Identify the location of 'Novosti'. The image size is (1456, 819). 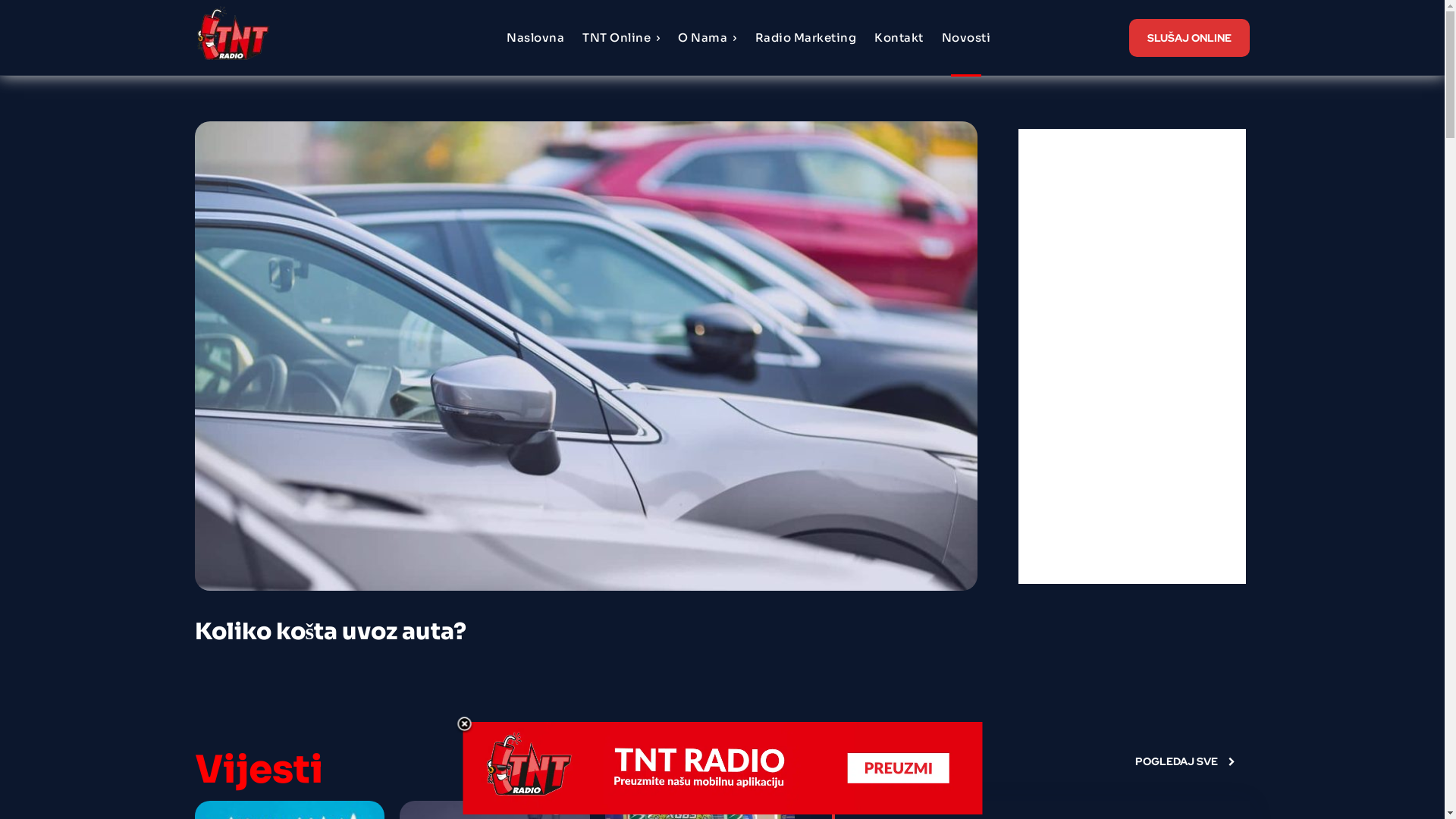
(965, 37).